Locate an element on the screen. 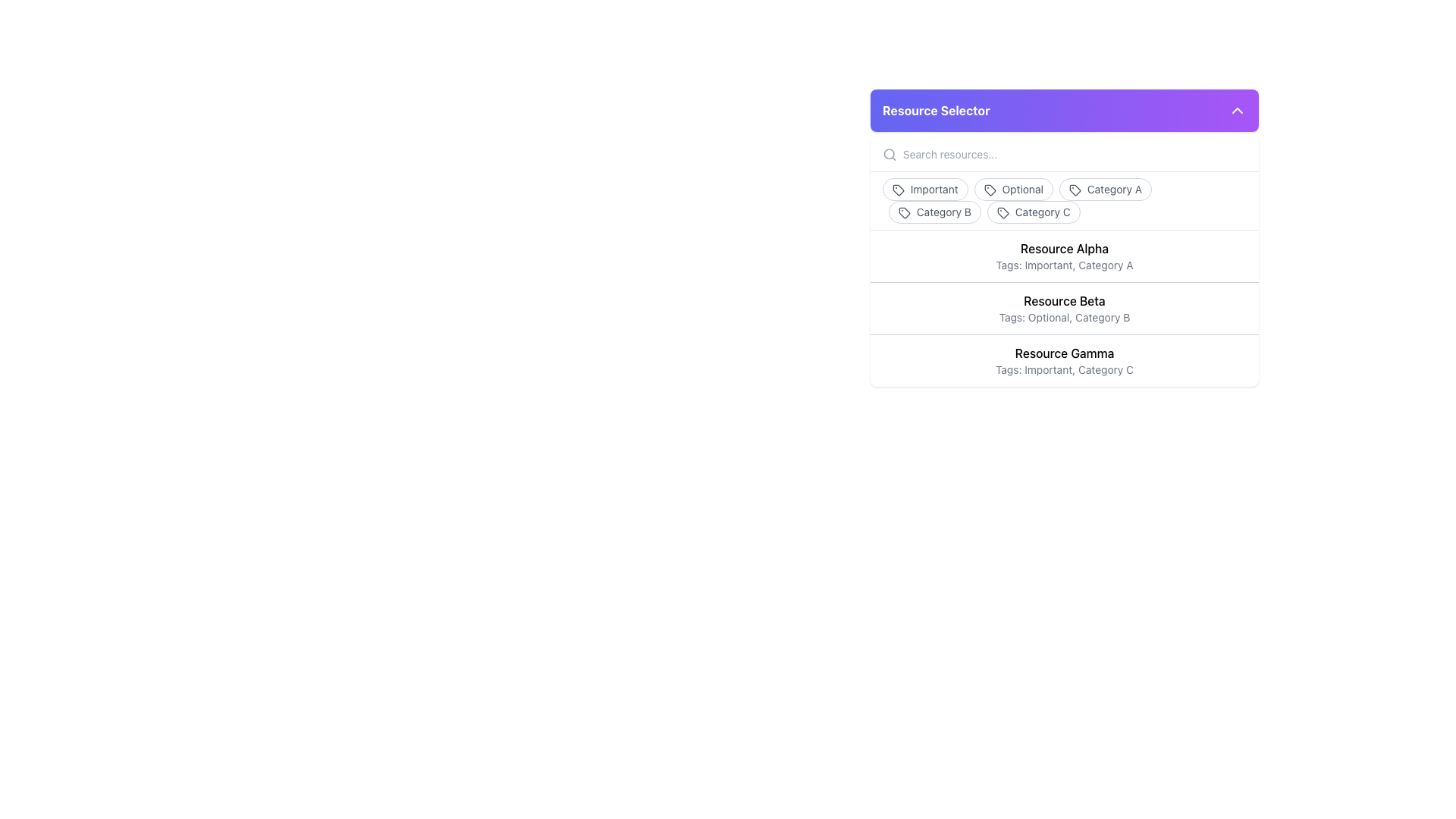  the SVG Circle icon representing a magnifying glass located at the left side of the 'Search resources' input field is located at coordinates (889, 154).